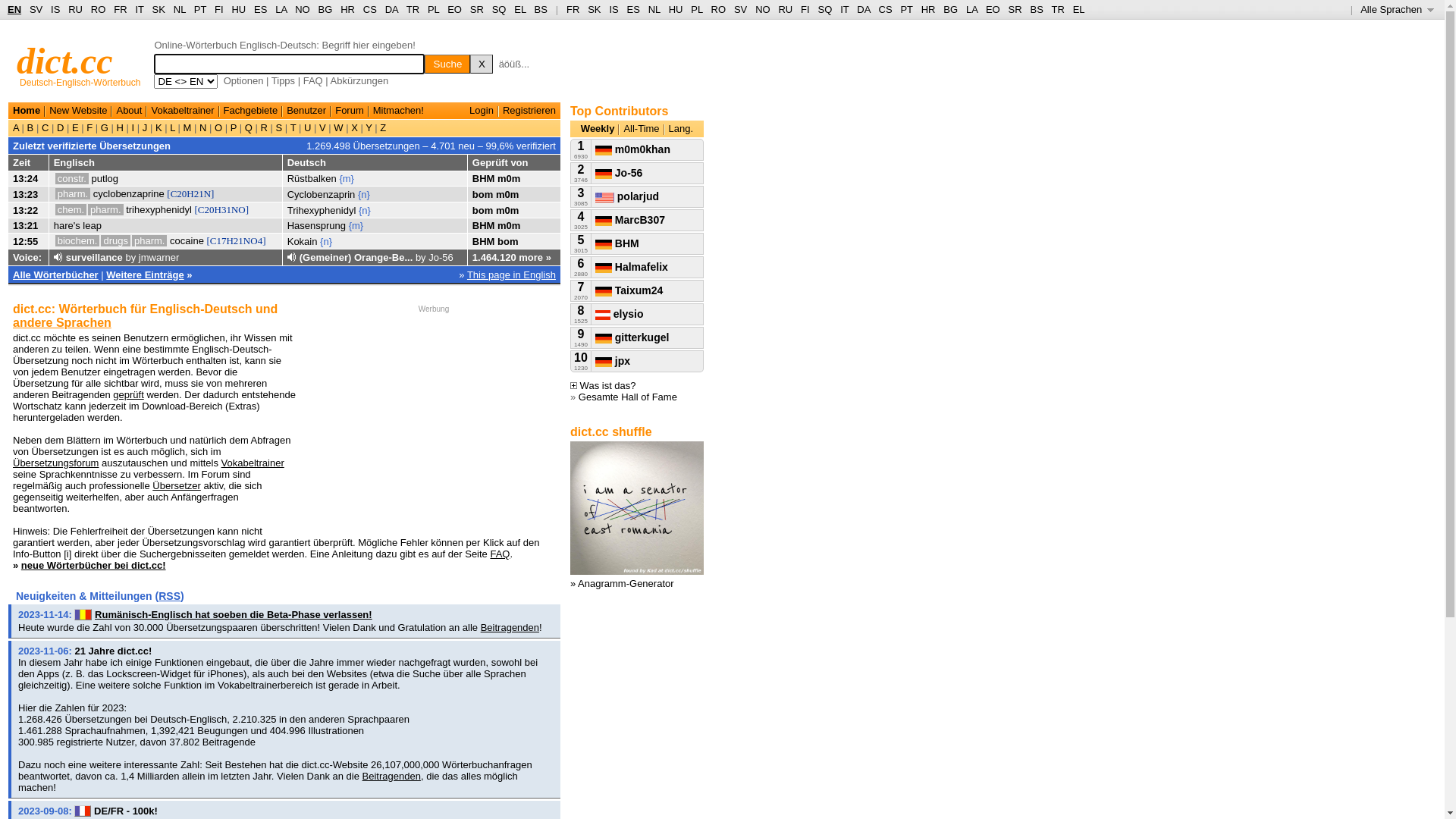  I want to click on 'About', so click(128, 109).